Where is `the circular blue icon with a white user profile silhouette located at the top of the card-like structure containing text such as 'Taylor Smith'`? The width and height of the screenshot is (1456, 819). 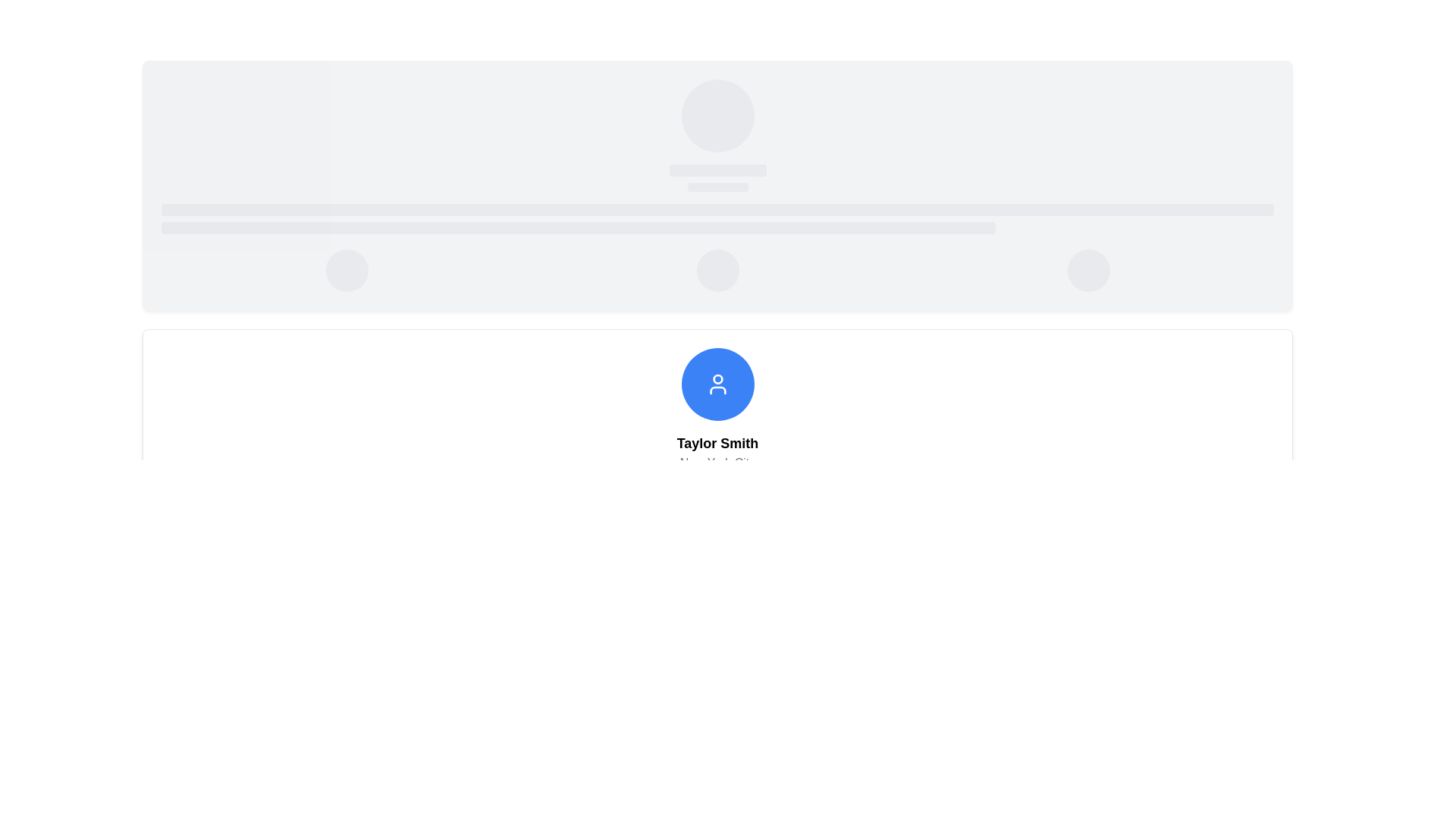 the circular blue icon with a white user profile silhouette located at the top of the card-like structure containing text such as 'Taylor Smith' is located at coordinates (717, 383).